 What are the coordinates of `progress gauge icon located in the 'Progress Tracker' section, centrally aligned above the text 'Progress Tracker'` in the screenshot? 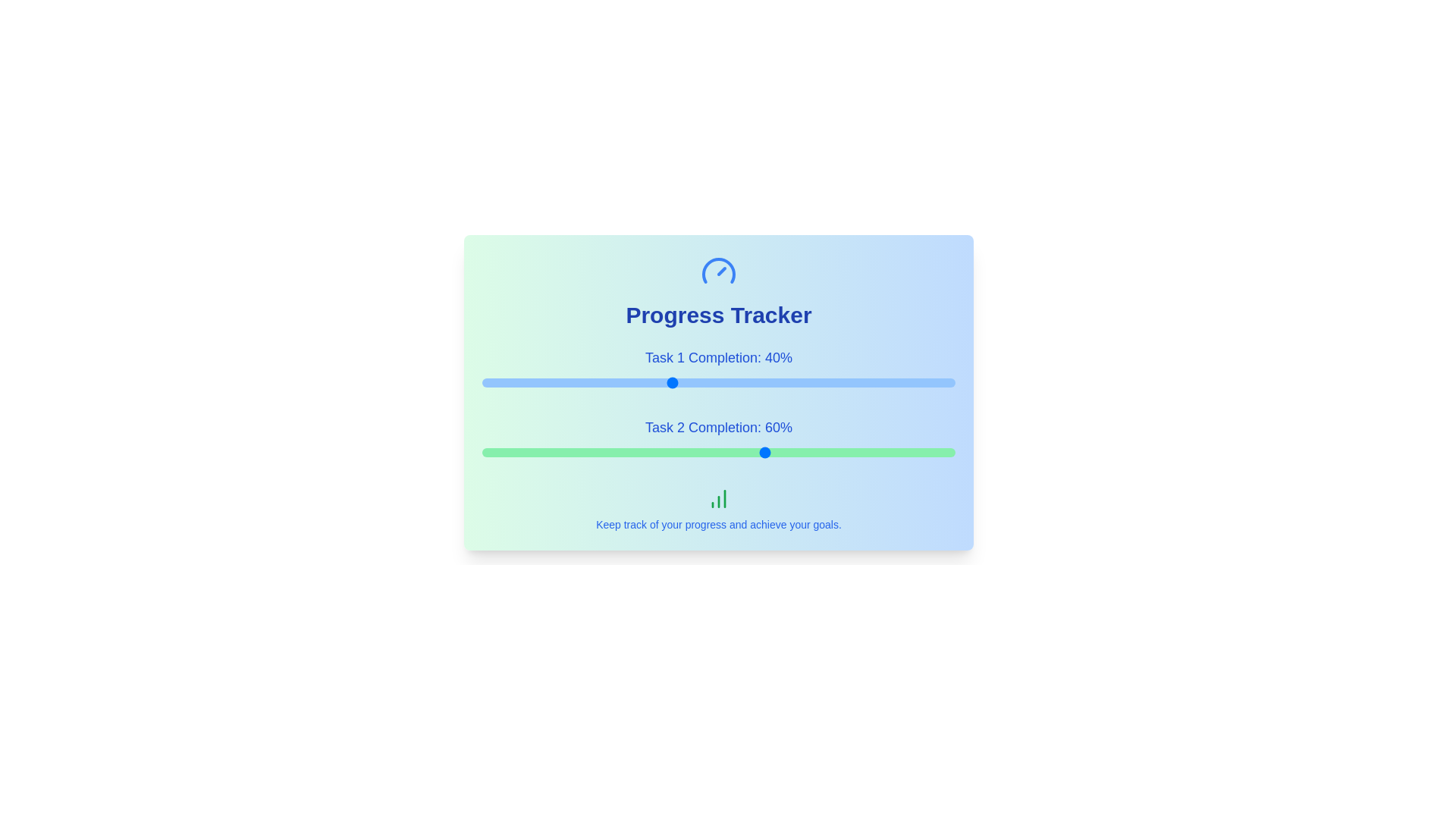 It's located at (718, 271).